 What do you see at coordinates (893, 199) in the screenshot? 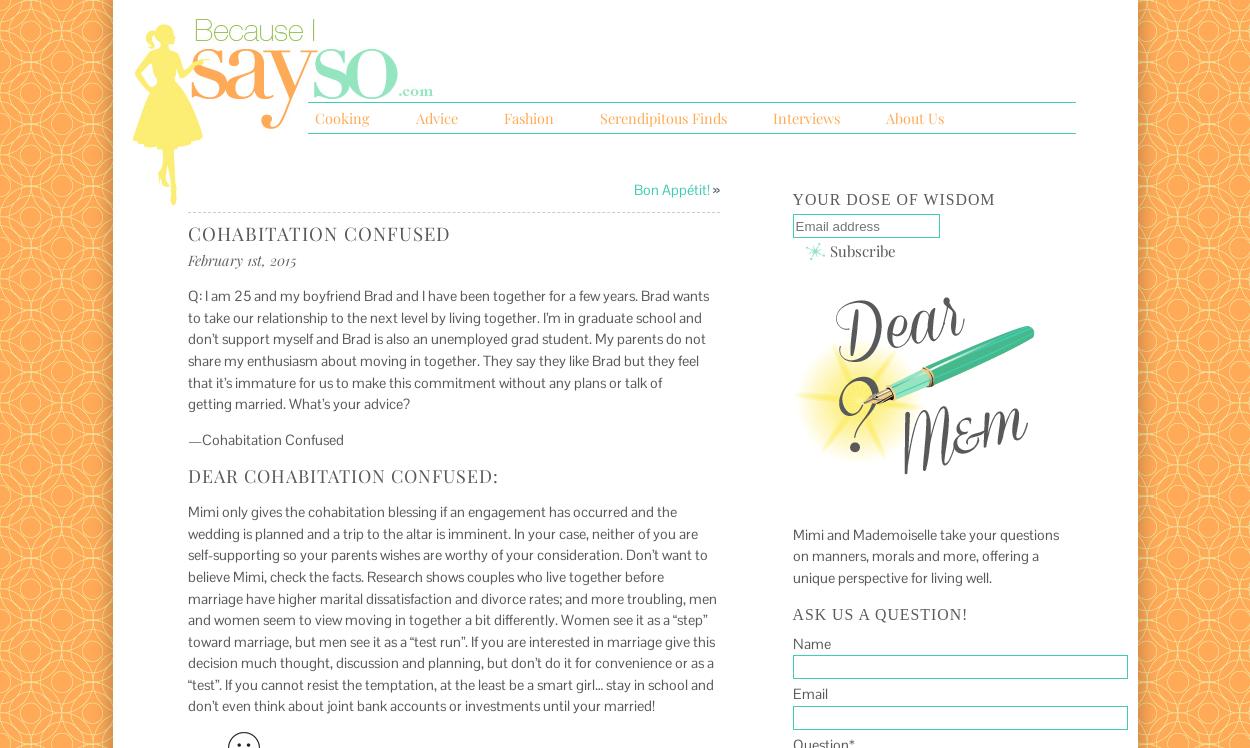
I see `'Your Dose of Wisdom'` at bounding box center [893, 199].